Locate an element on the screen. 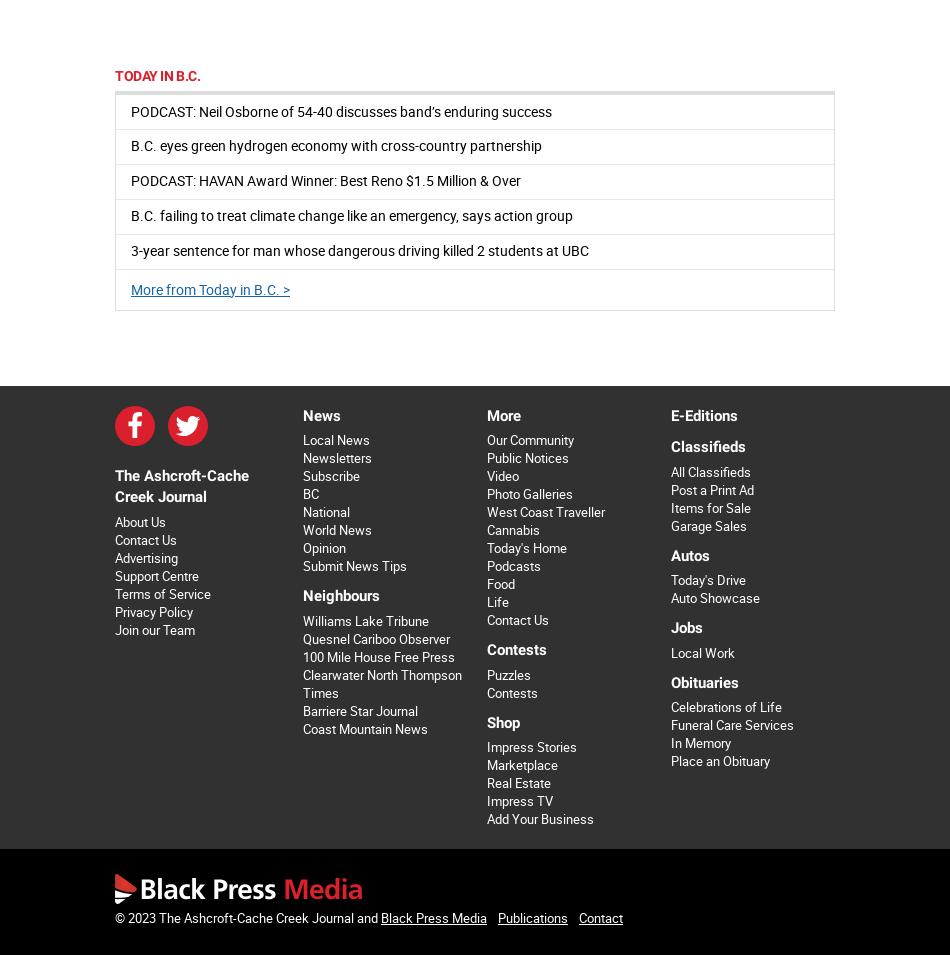 This screenshot has height=955, width=950. 'West Coast Traveller' is located at coordinates (545, 512).